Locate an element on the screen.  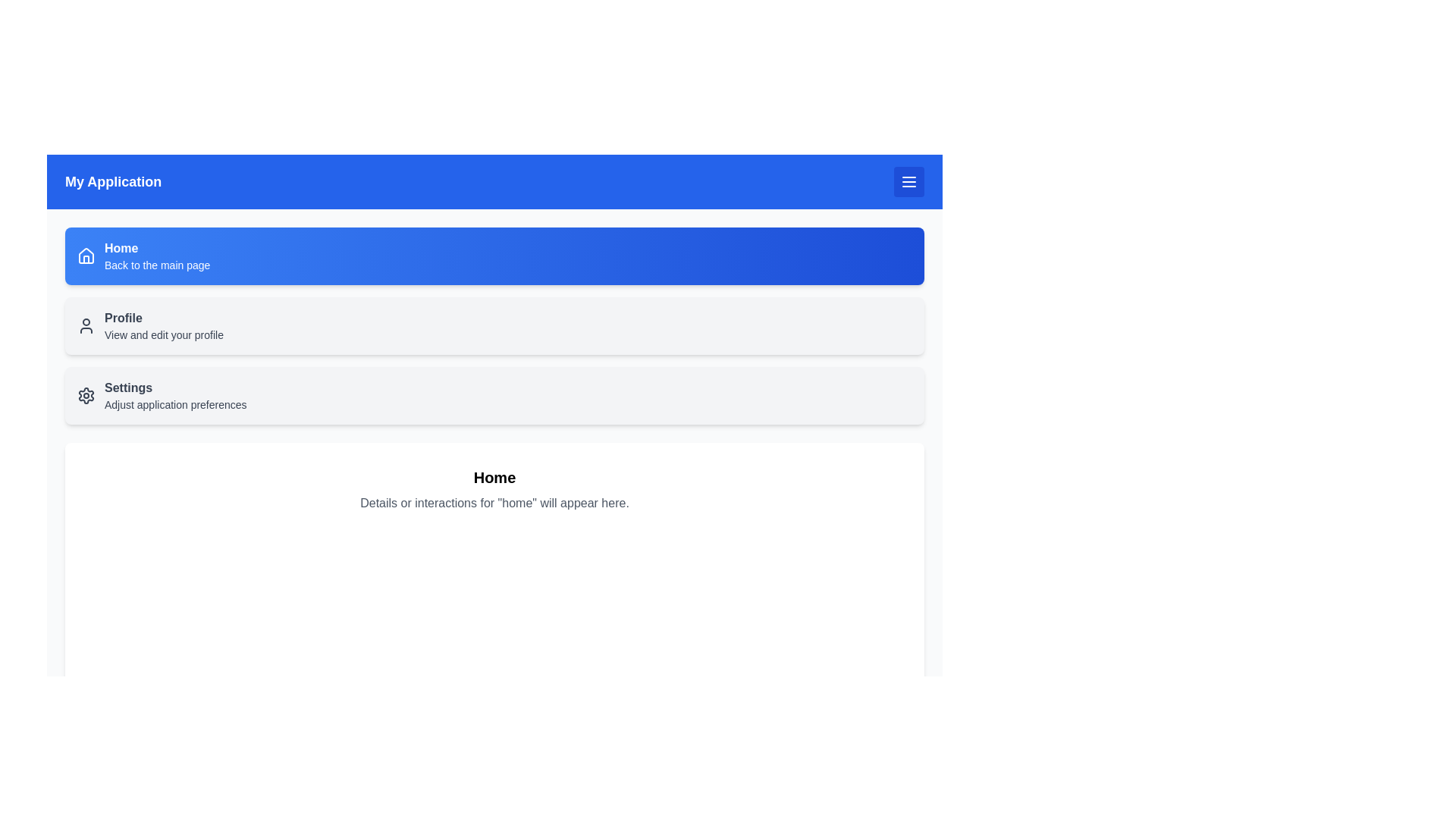
the 'Home' navigation button, which features bold text and a gradient blue background is located at coordinates (157, 256).